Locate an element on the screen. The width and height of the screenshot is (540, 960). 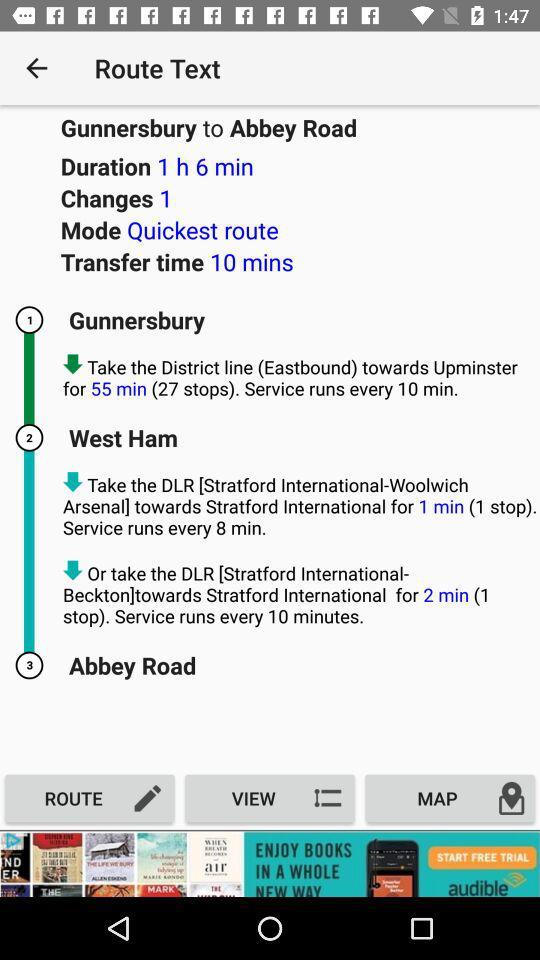
the option beside view is located at coordinates (449, 798).